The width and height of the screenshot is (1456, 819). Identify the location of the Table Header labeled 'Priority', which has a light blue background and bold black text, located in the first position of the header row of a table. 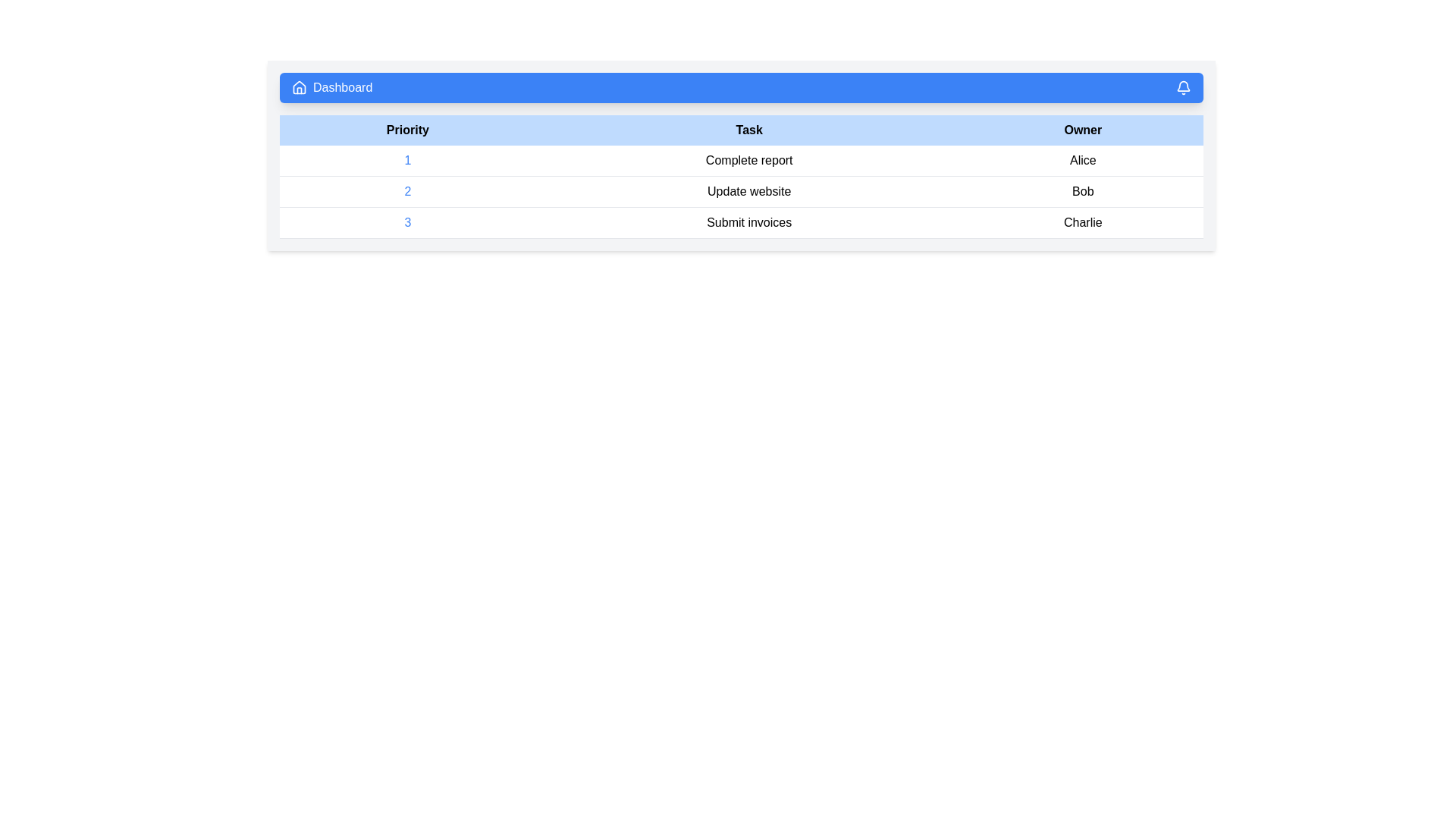
(407, 130).